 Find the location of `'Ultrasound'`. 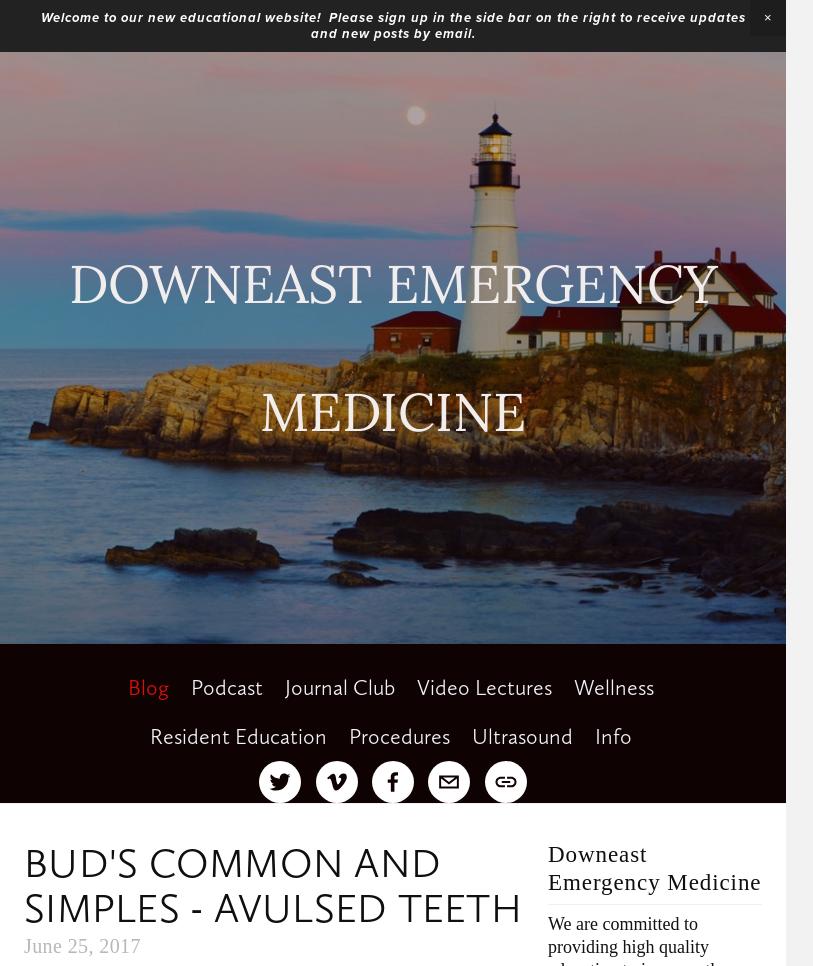

'Ultrasound' is located at coordinates (521, 735).